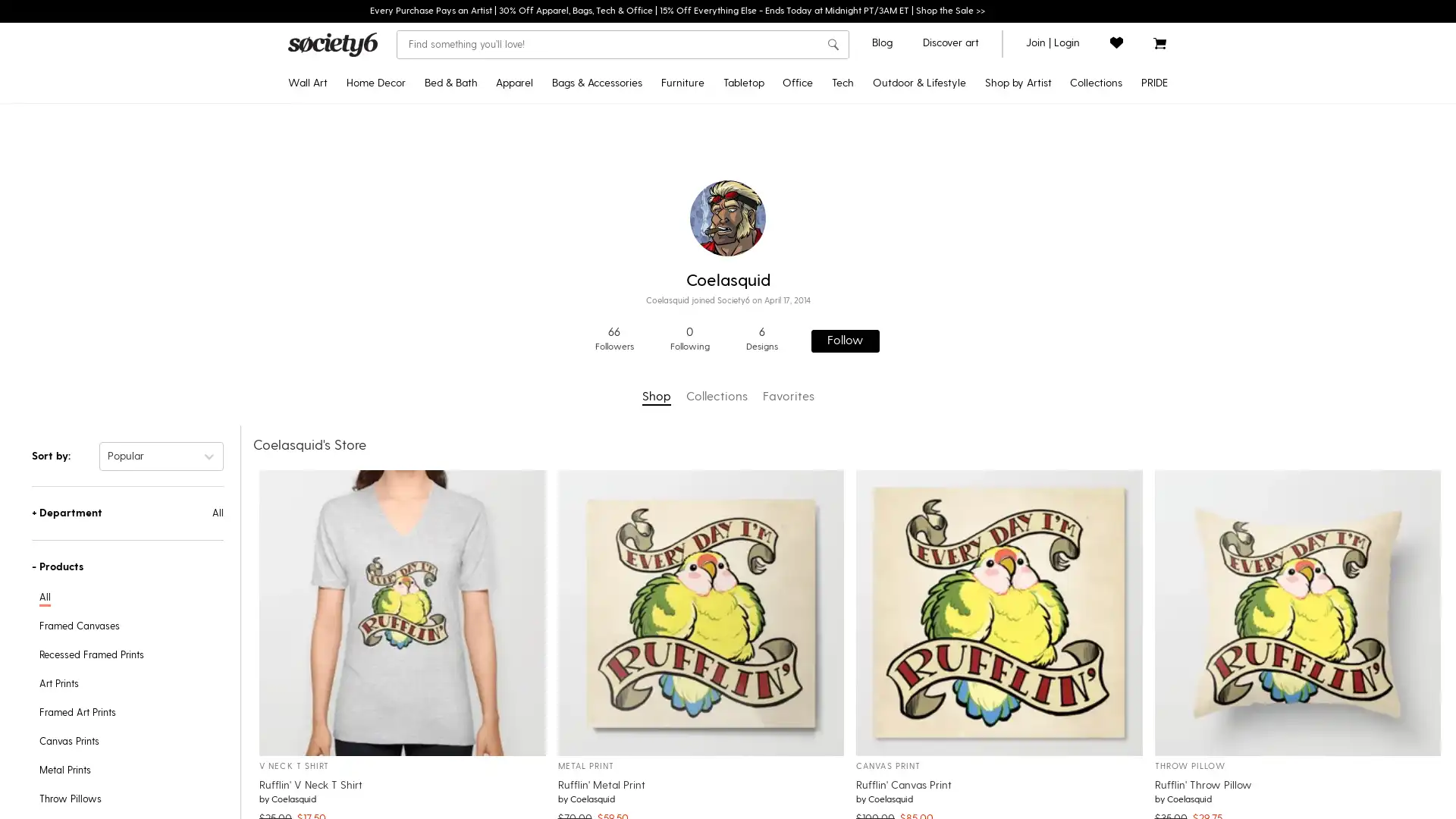 This screenshot has height=819, width=1456. What do you see at coordinates (356, 243) in the screenshot?
I see `Tapestries` at bounding box center [356, 243].